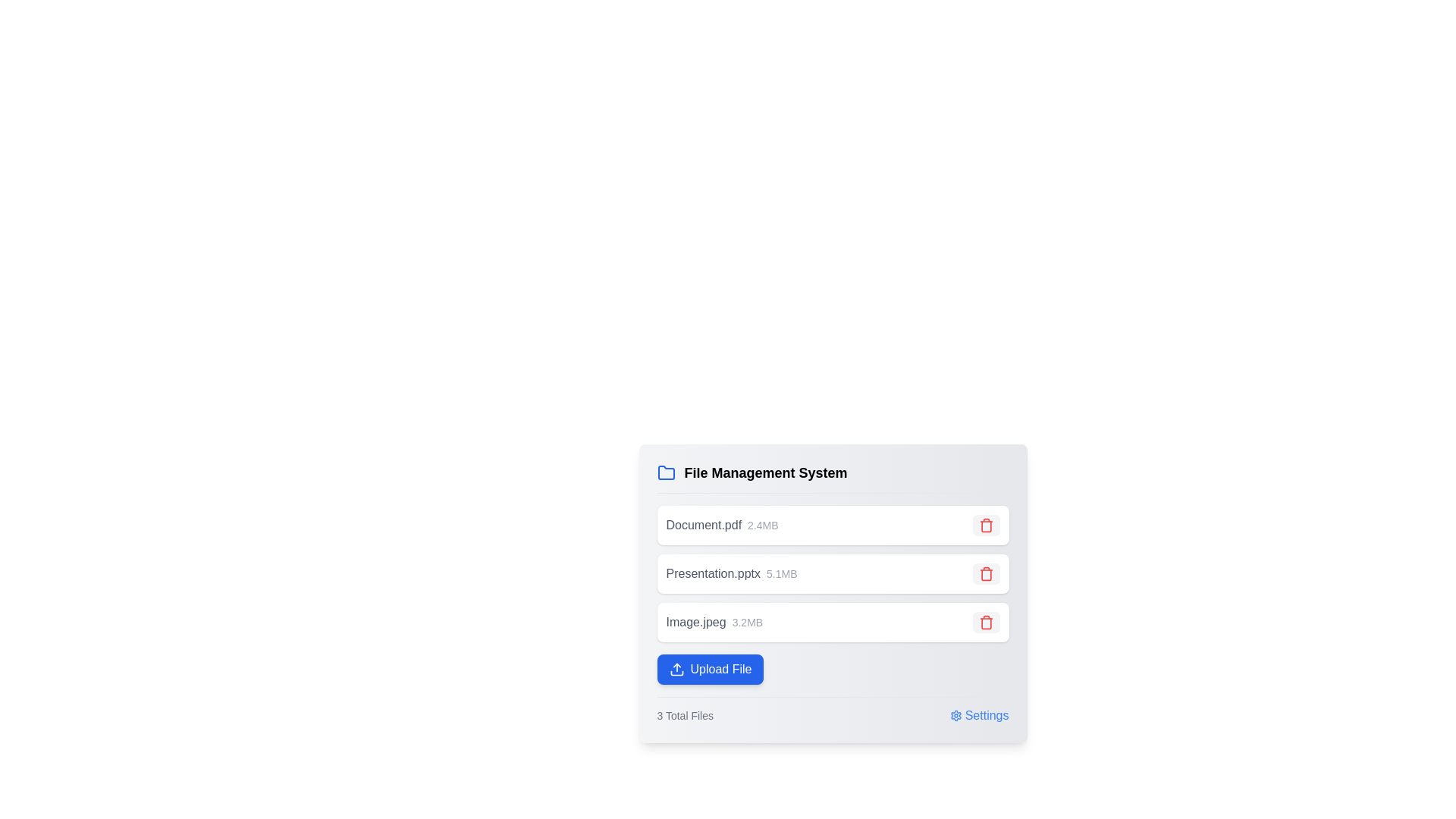 The image size is (1456, 819). I want to click on the informational text displaying the file size next to the file name 'Presentation.pptx' by clicking on it, so click(782, 573).